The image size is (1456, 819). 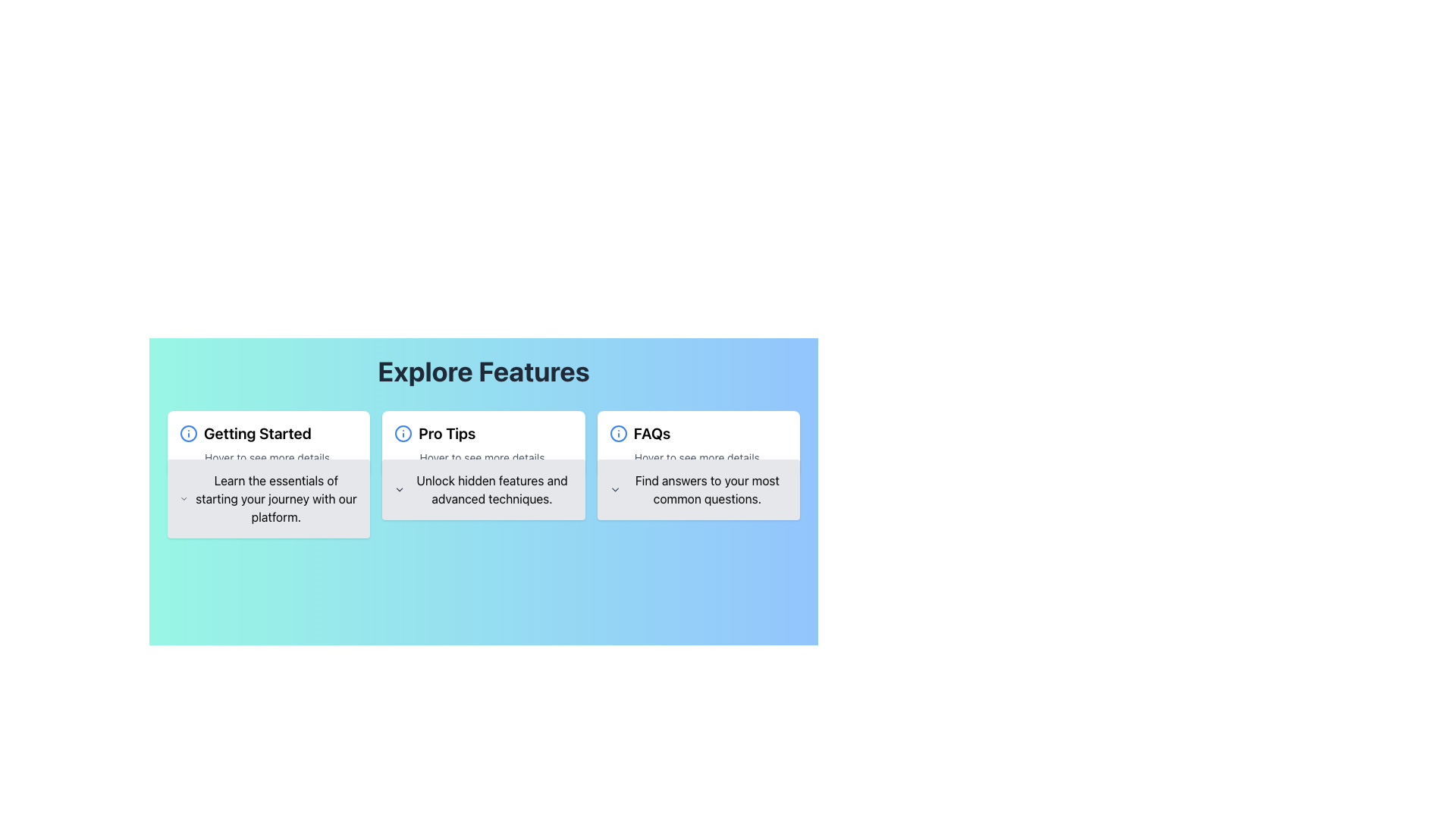 I want to click on the Information Card, which is the second card in the grid layout providing details about advanced techniques and features, so click(x=483, y=444).